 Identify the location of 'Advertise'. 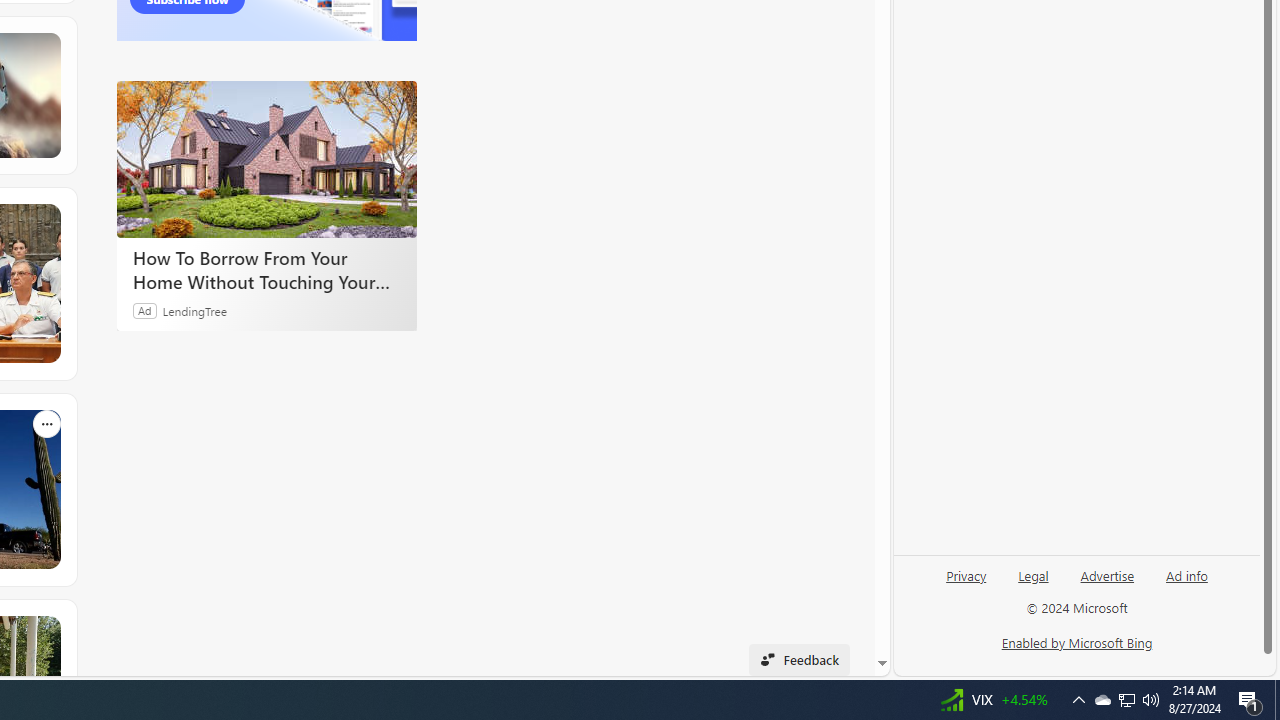
(1106, 583).